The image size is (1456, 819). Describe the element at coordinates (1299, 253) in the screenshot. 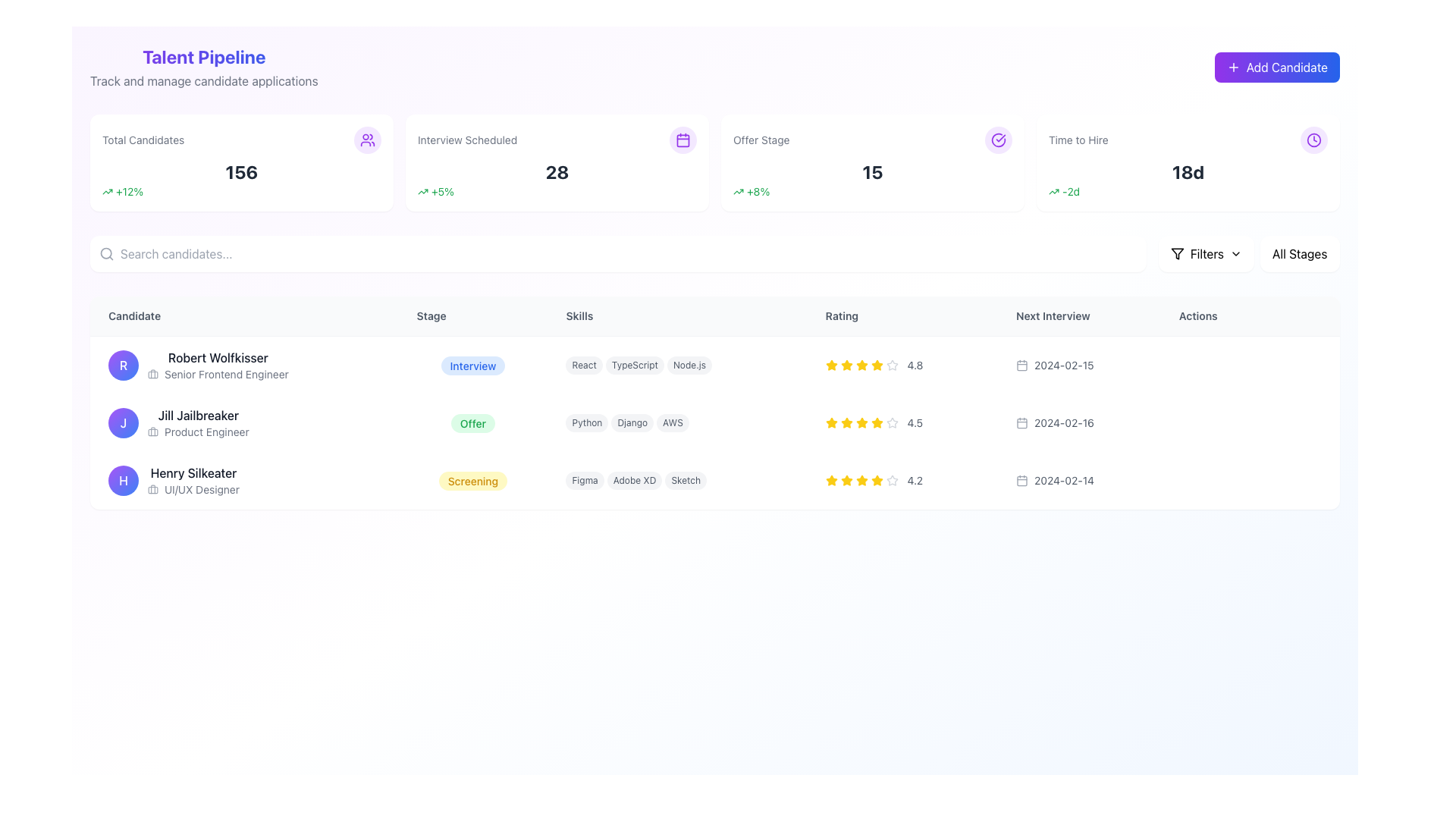

I see `the Dropdown menu located on the top-right section of the interface to reveal filtering options for stages` at that location.